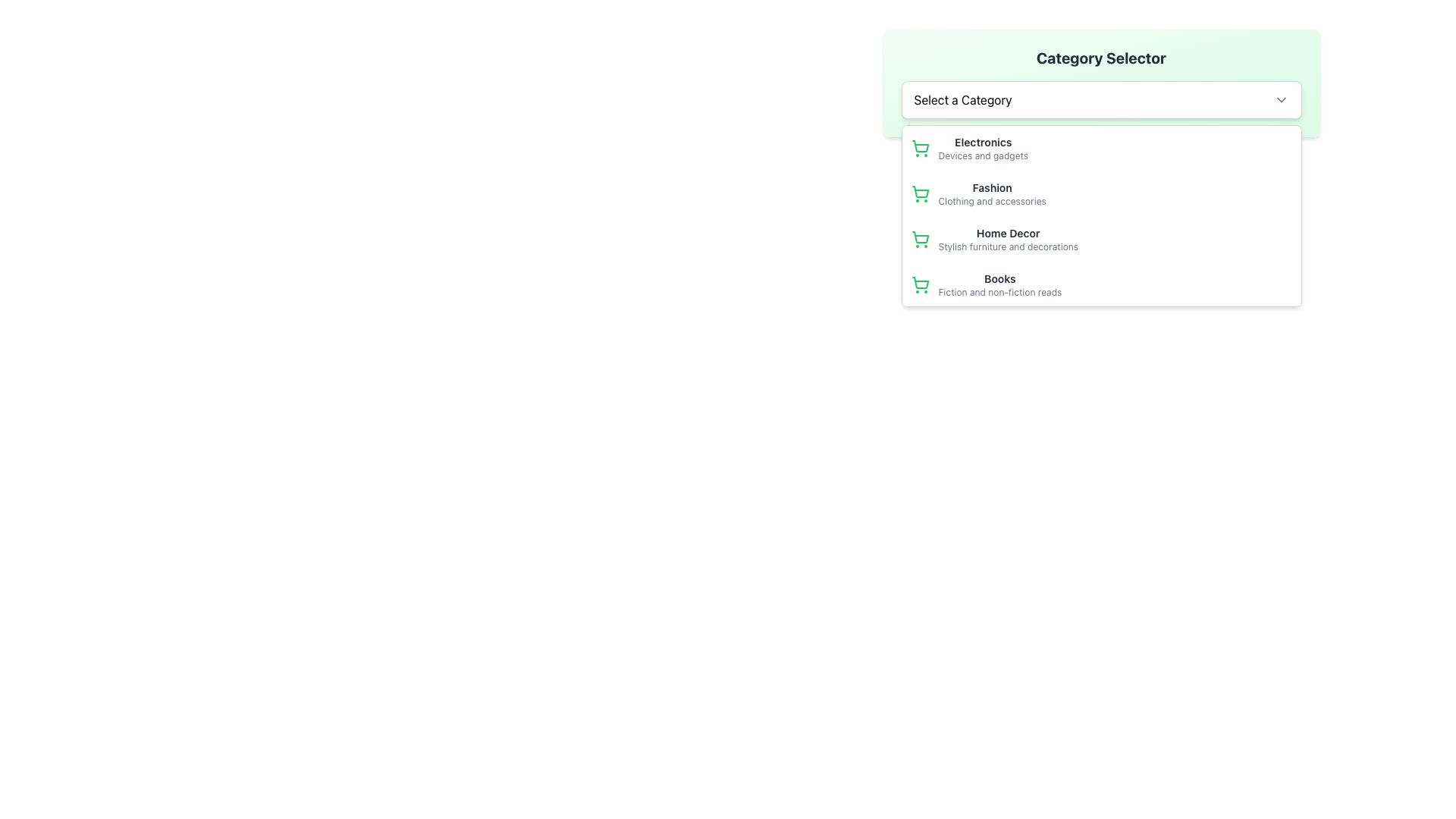 The height and width of the screenshot is (819, 1456). What do you see at coordinates (1280, 99) in the screenshot?
I see `the category selector icon located immediately to the right of the label 'Select a Category'` at bounding box center [1280, 99].